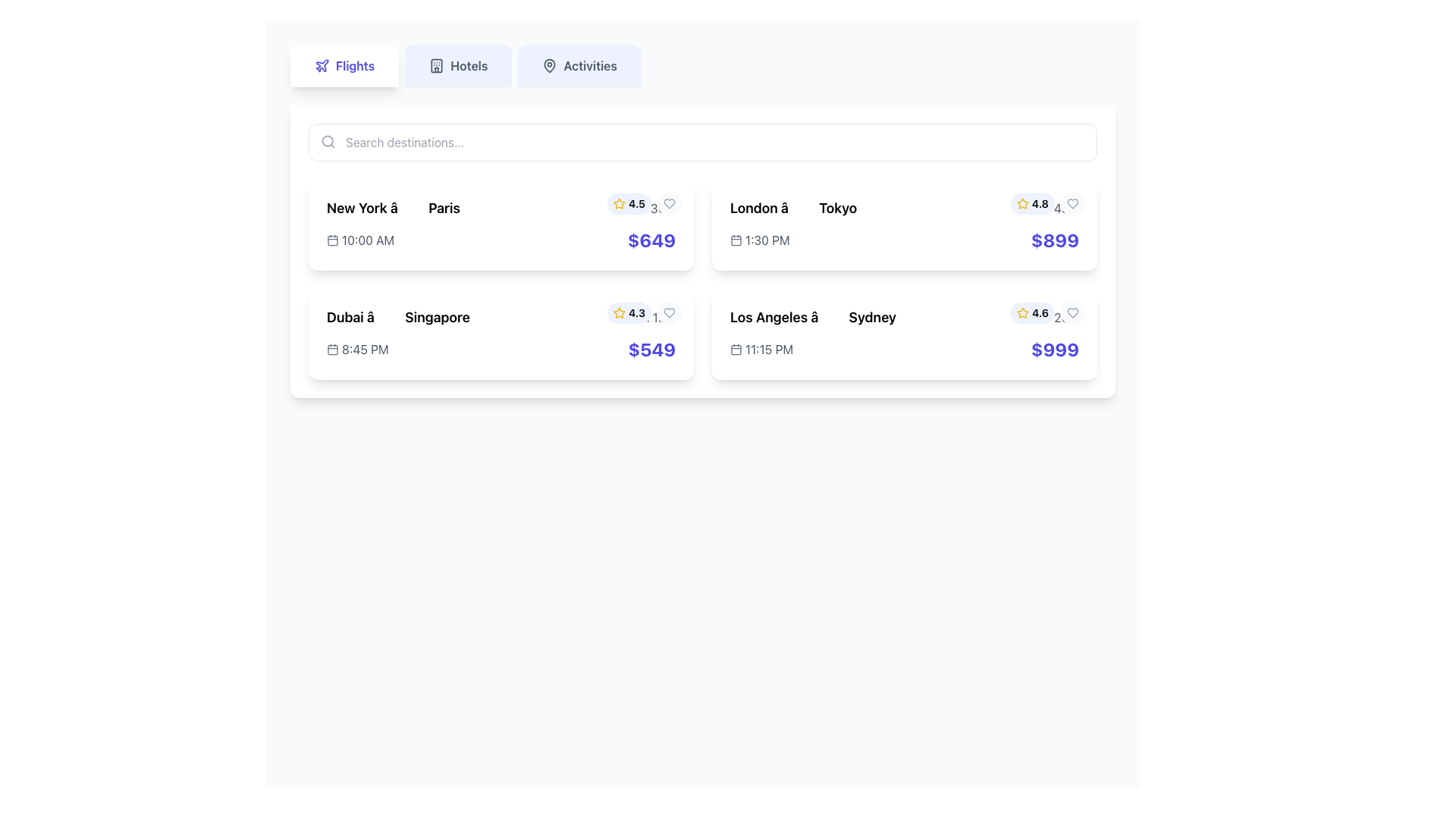  What do you see at coordinates (905, 333) in the screenshot?
I see `the interactive travel offer card located in the bottom right section of the interface to compare it with other offers` at bounding box center [905, 333].